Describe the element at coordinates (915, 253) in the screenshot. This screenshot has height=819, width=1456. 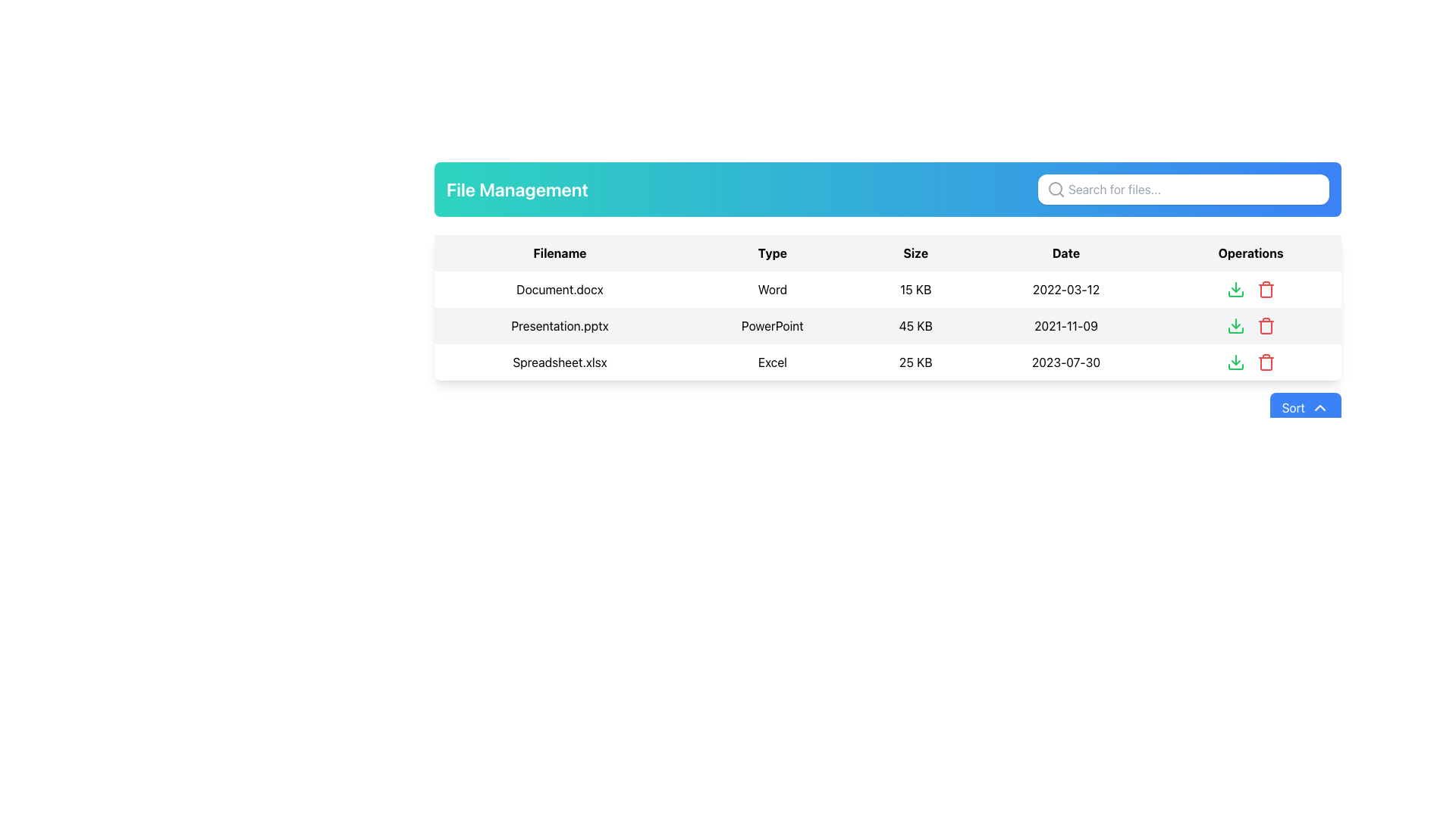
I see `the 'Size' column header in the table, which is the third header located between 'Type' and 'Date'` at that location.